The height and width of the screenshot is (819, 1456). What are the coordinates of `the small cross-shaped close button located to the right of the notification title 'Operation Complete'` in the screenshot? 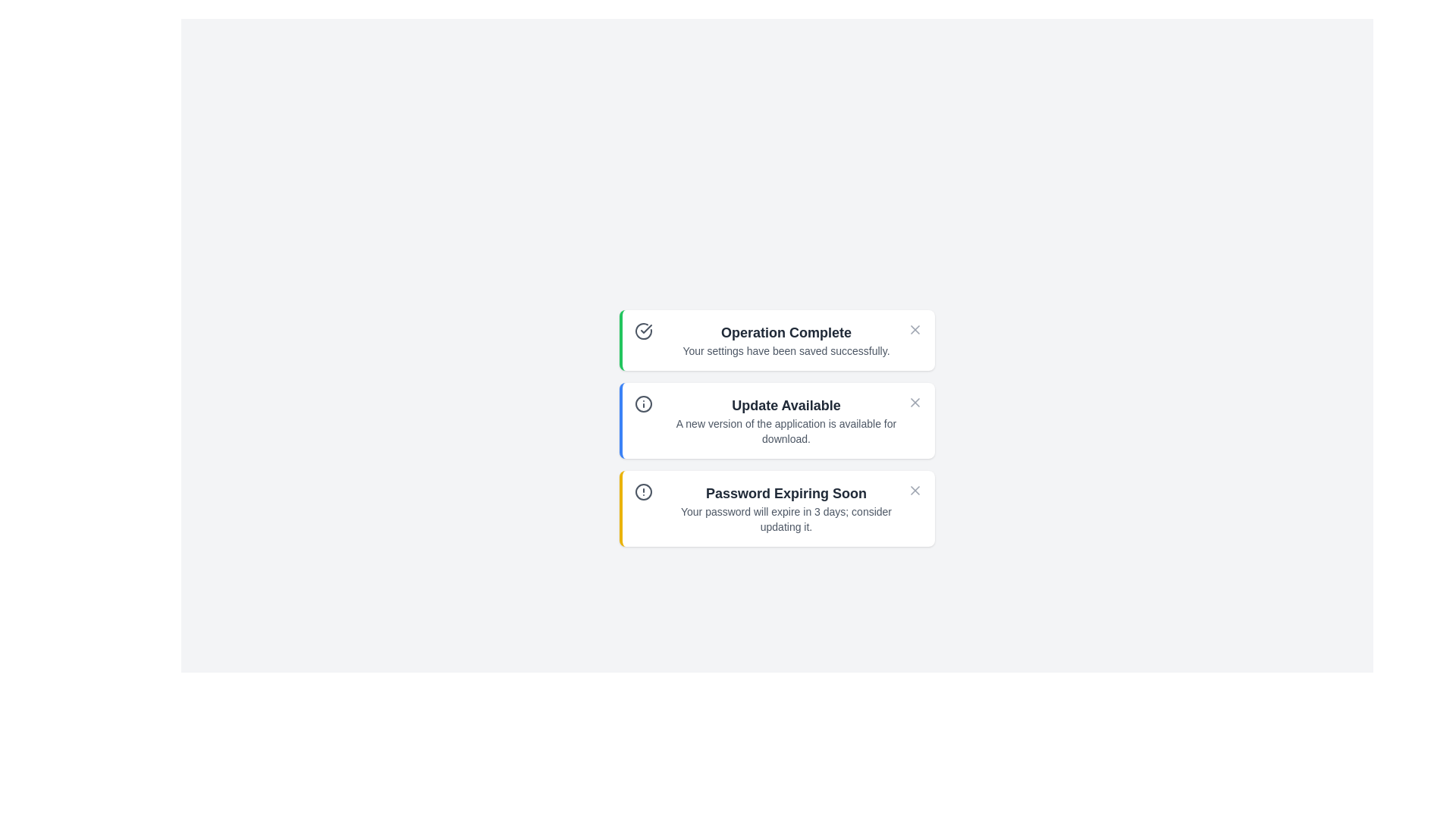 It's located at (914, 329).